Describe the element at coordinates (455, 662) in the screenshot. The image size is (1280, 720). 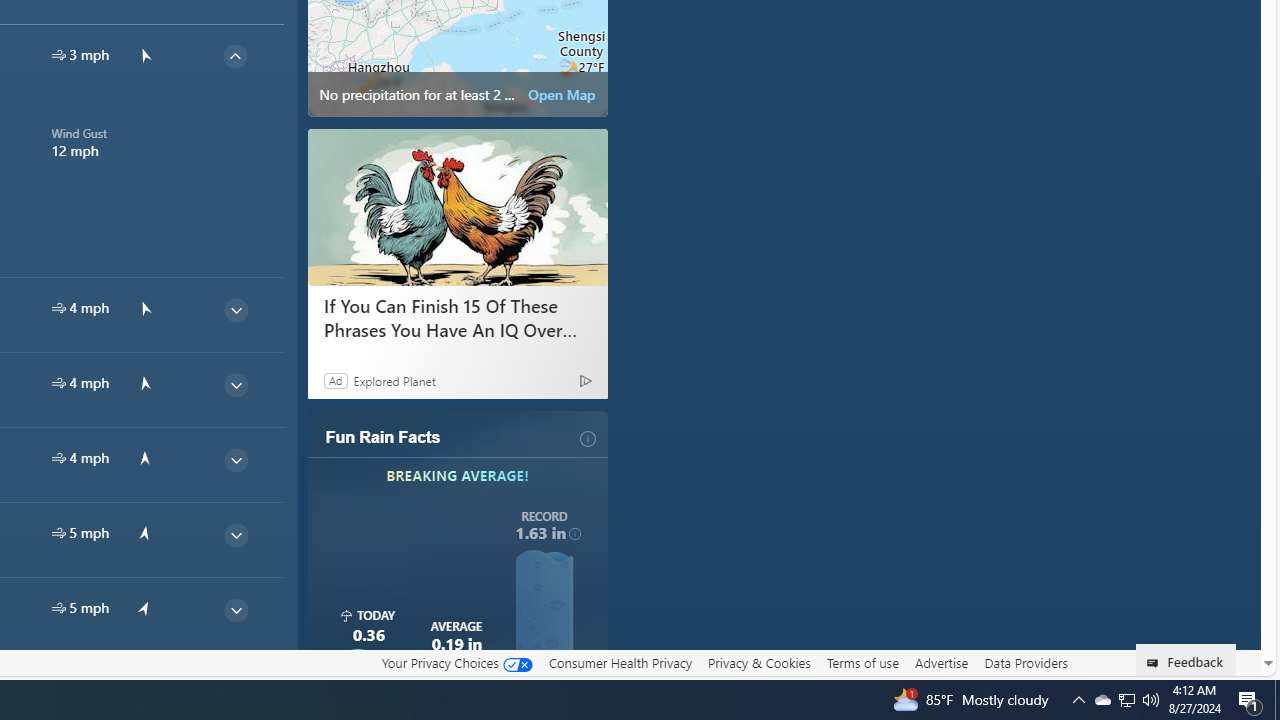
I see `'Your Privacy Choices'` at that location.